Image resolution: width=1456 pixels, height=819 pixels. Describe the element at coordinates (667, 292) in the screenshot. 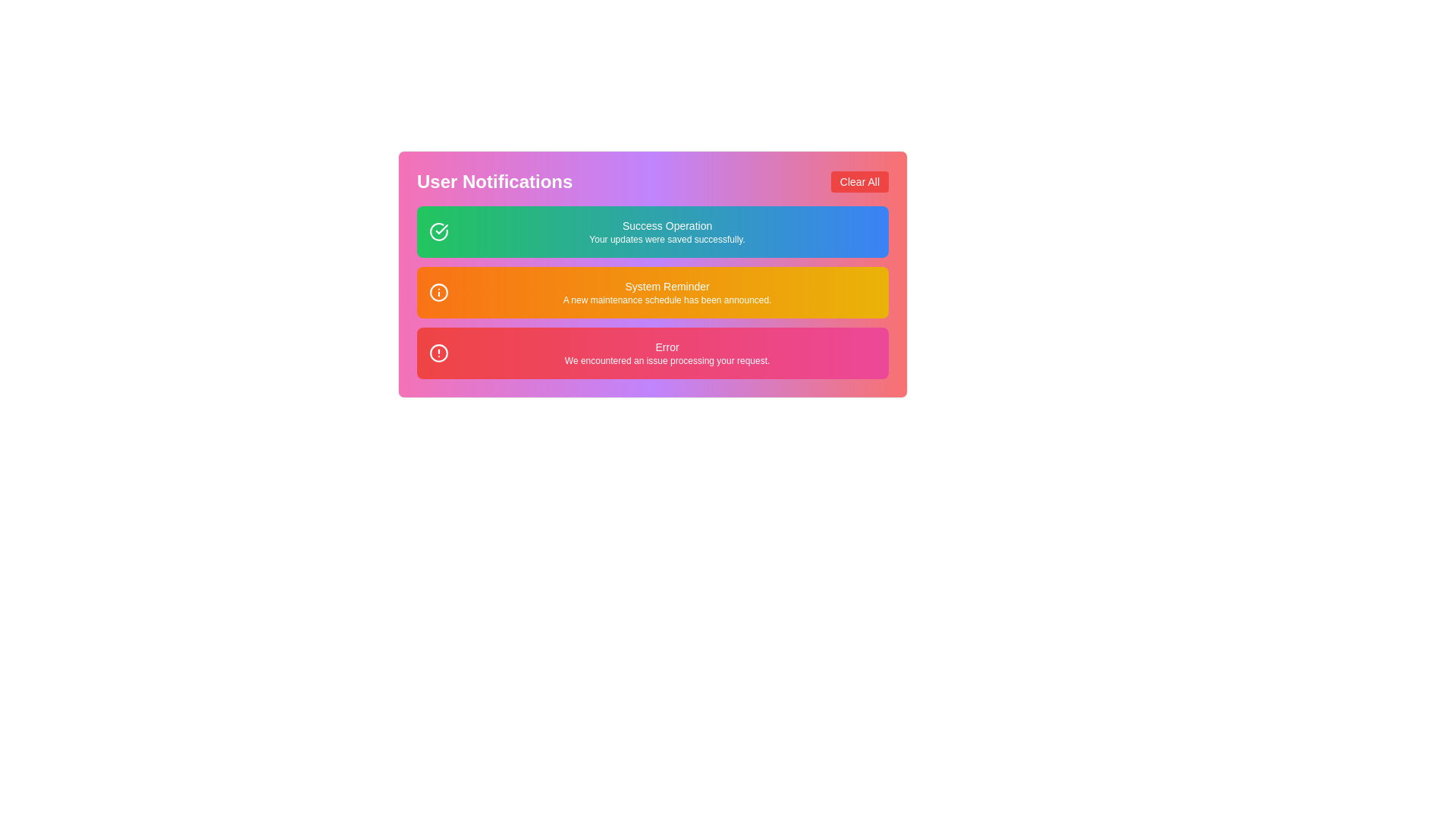

I see `the 'System Reminder' notification text block, which is styled in an orange-to-yellow gradient and contains two lines of text` at that location.